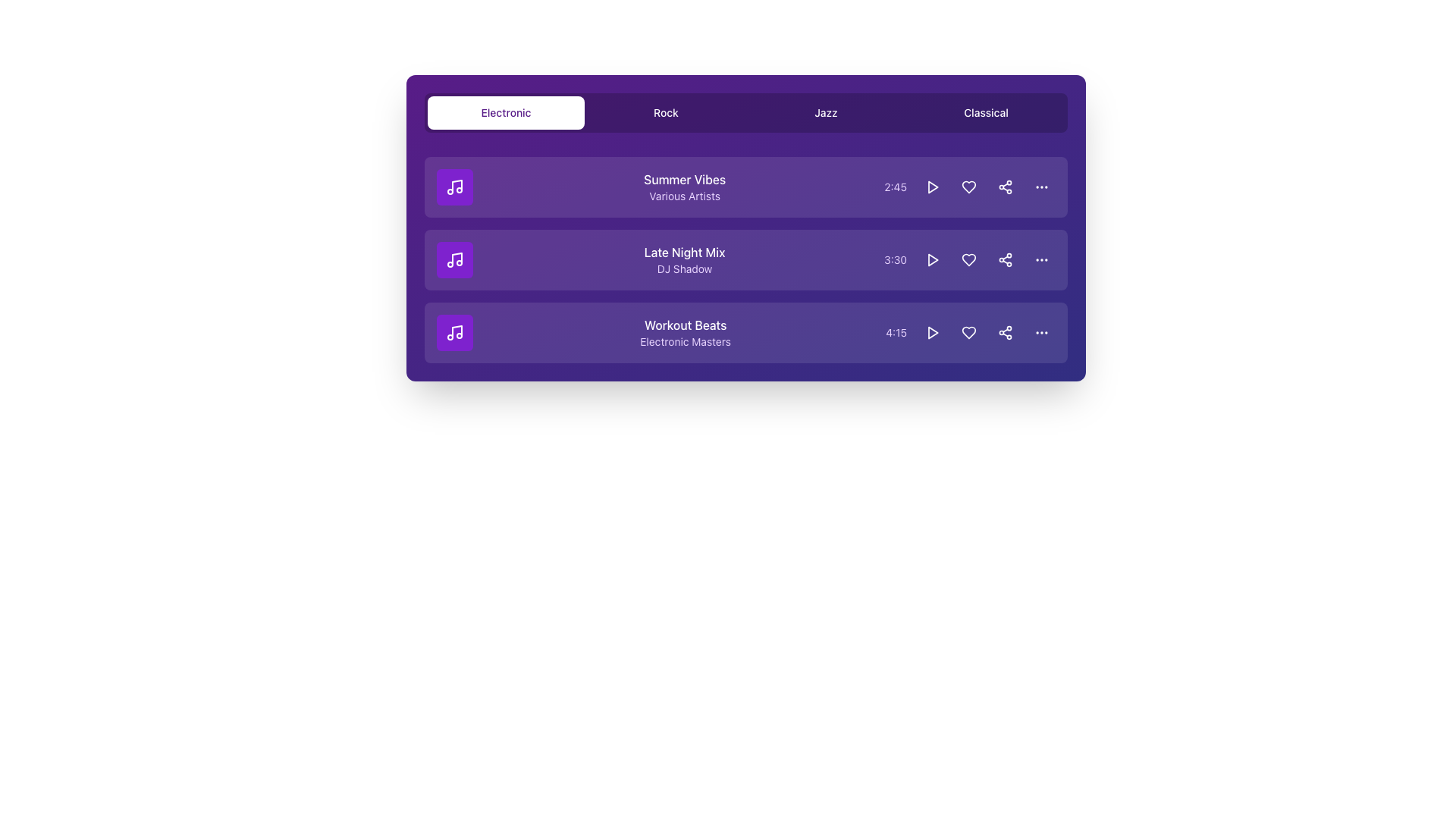  What do you see at coordinates (685, 332) in the screenshot?
I see `displayed title and subtitle of the music track located in the lower part of the list of music items in the 'Electronic' tab, specifically the third item in the list` at bounding box center [685, 332].